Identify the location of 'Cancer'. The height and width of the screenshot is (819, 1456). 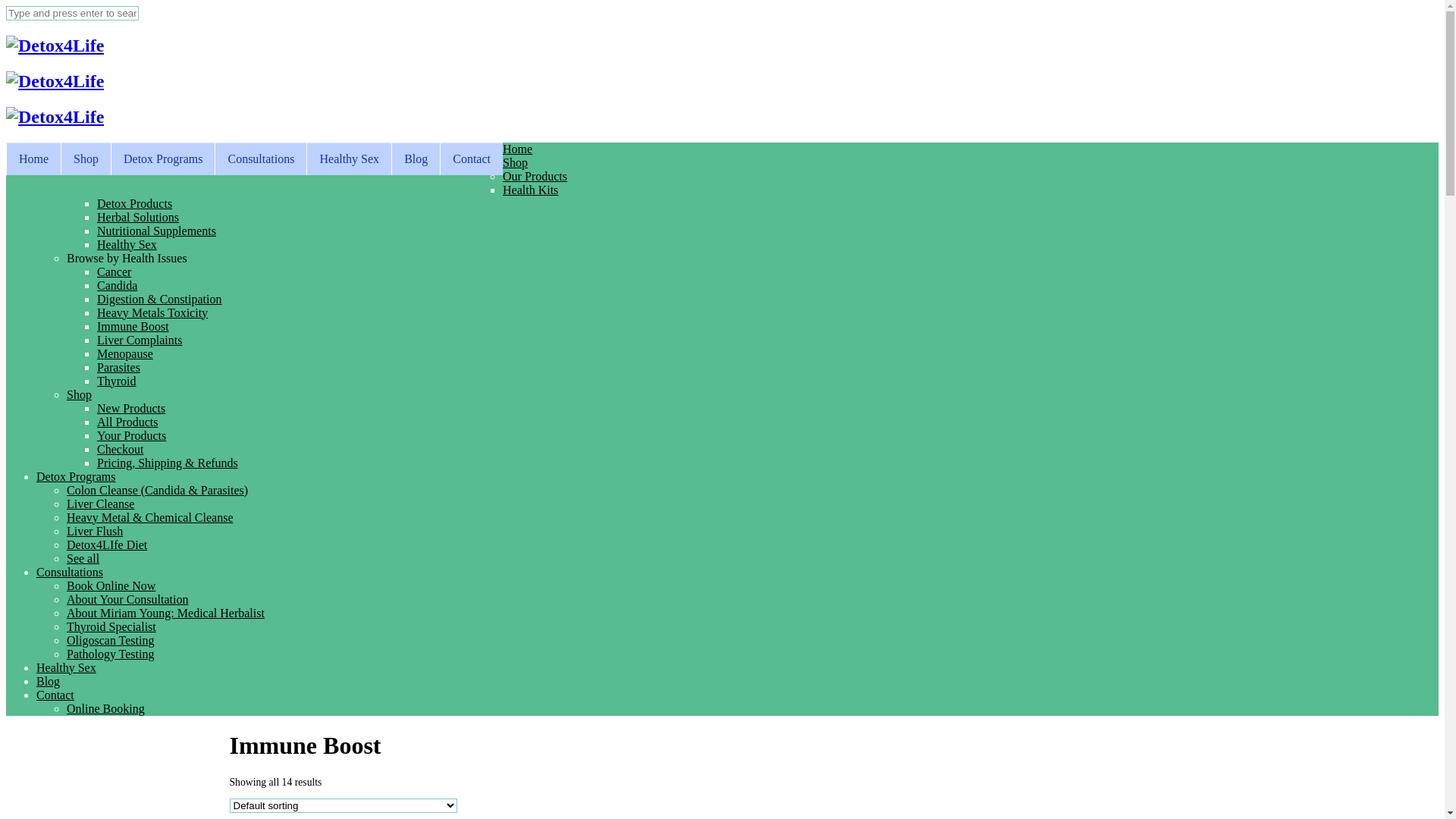
(113, 271).